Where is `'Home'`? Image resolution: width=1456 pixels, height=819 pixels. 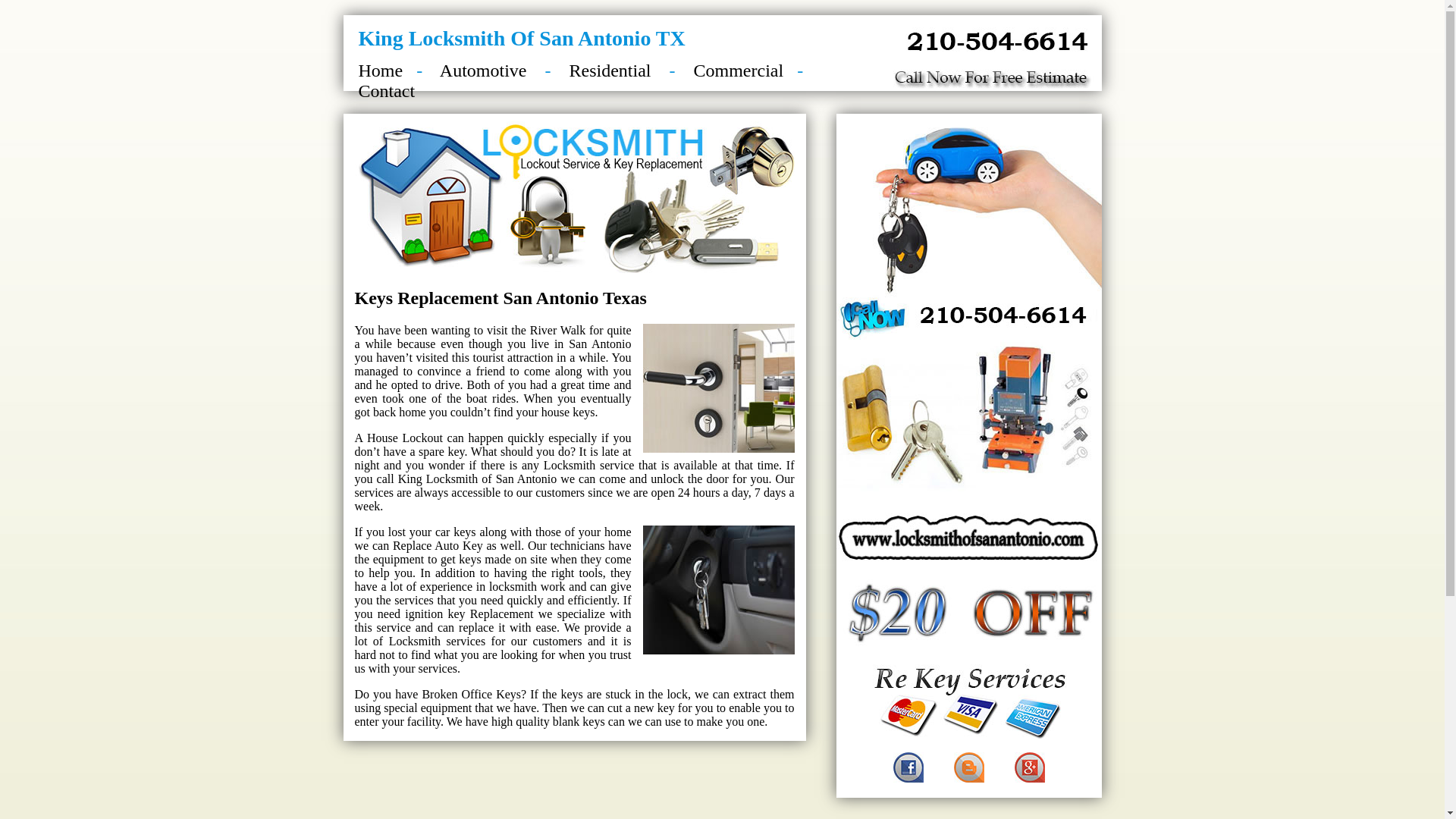
'Home' is located at coordinates (380, 70).